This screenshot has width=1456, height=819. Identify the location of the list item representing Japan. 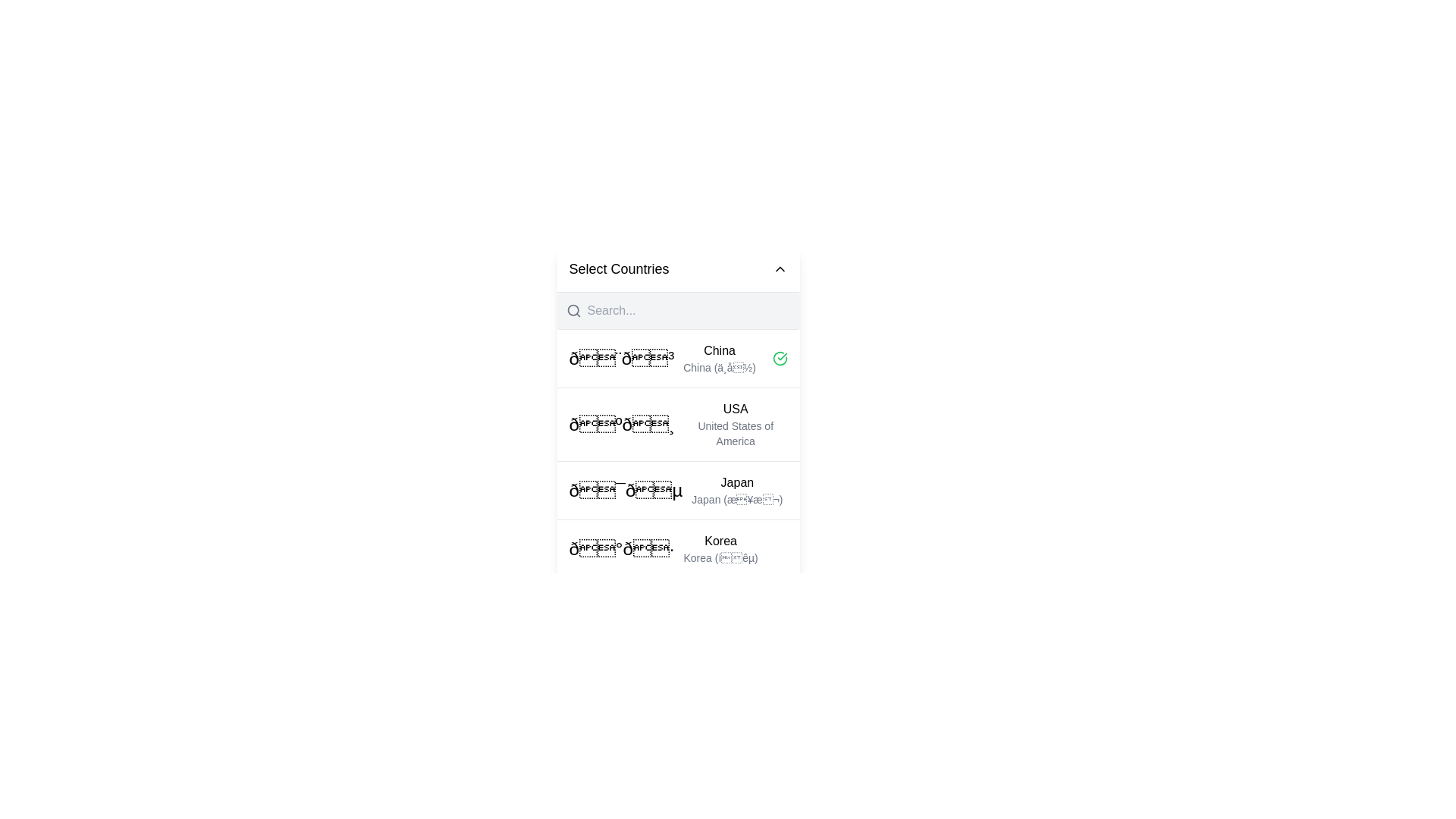
(677, 490).